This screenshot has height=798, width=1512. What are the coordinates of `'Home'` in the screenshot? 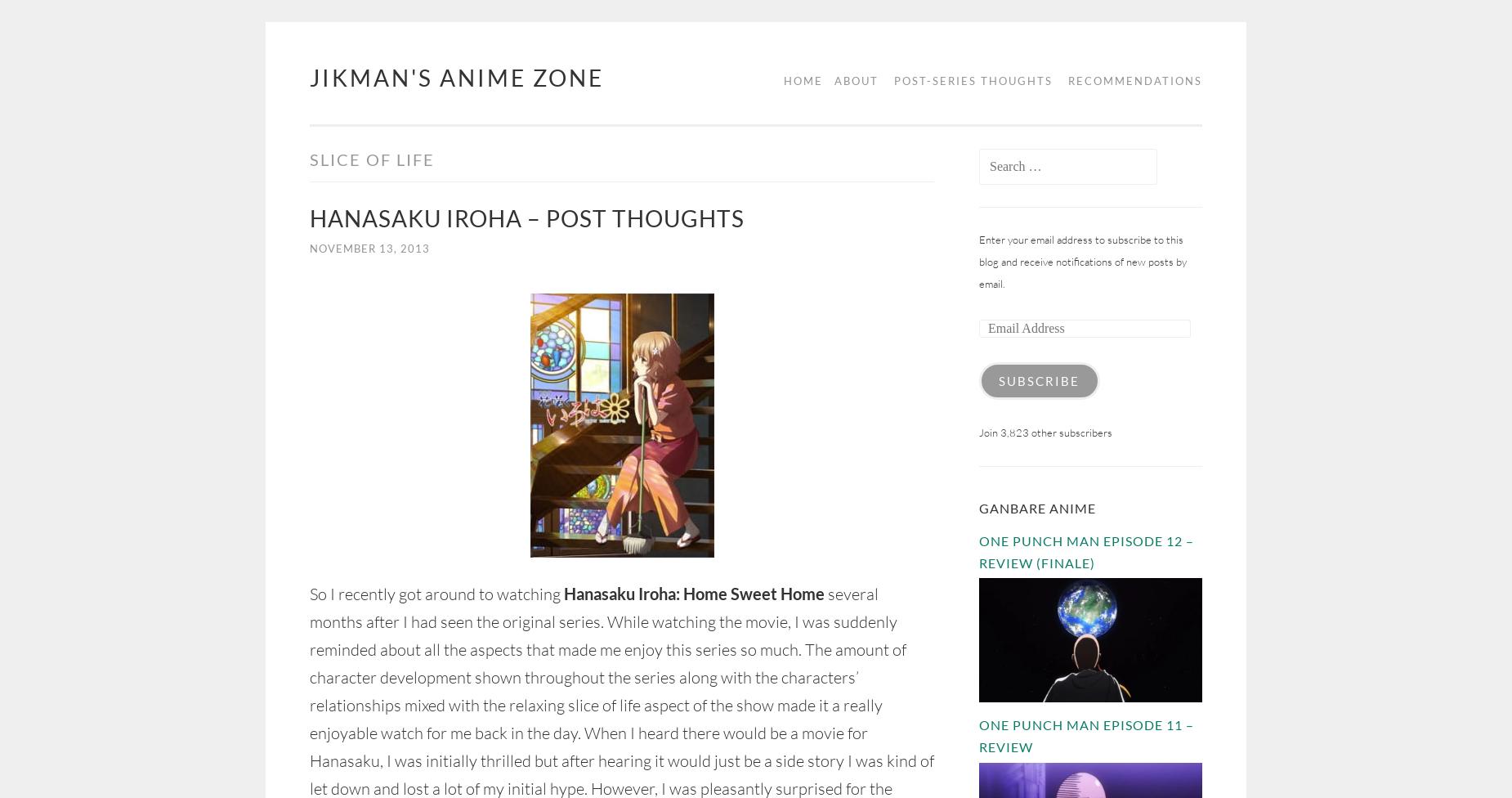 It's located at (803, 80).